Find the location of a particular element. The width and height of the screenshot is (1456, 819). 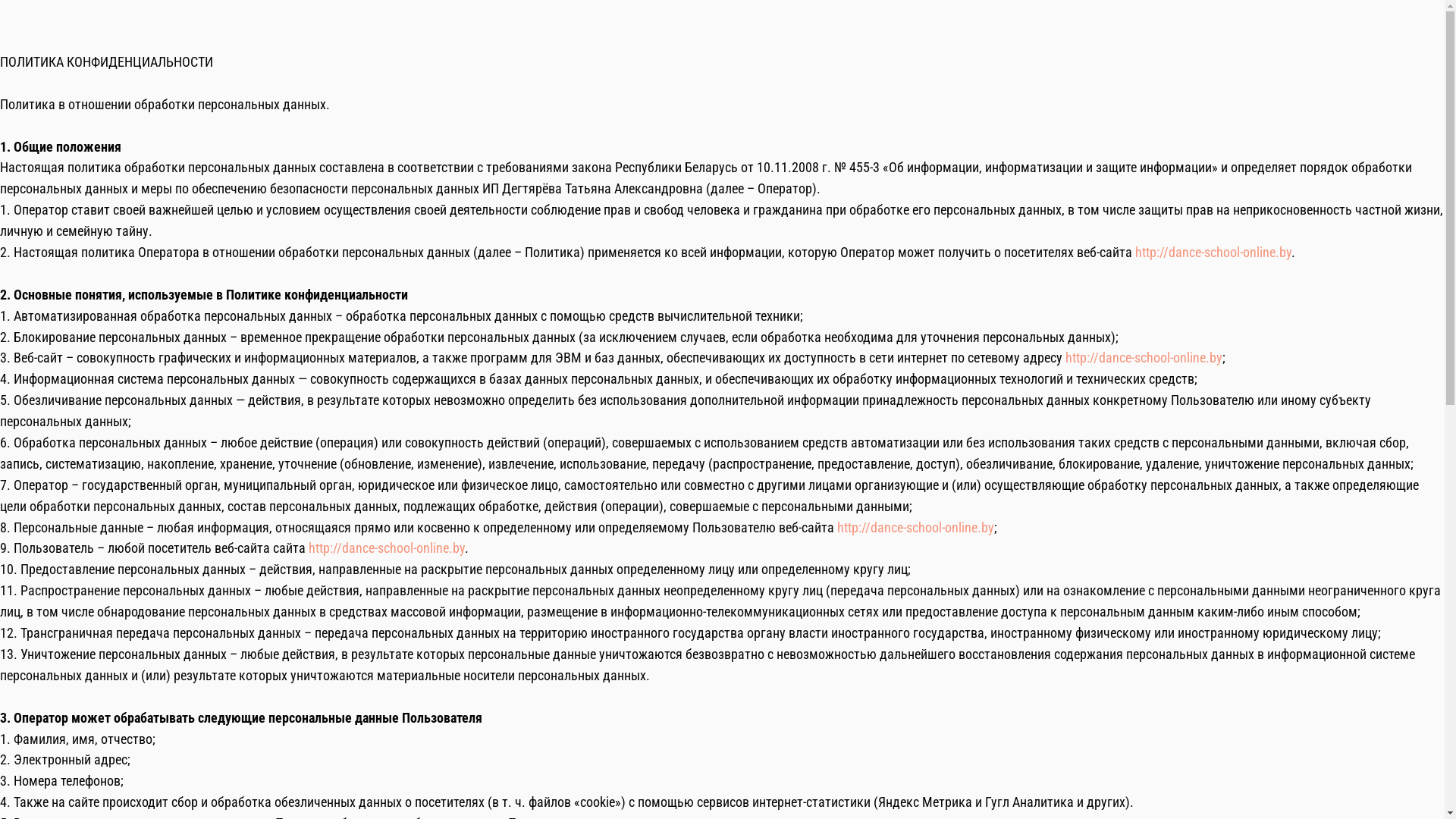

'http://dance-school-online.by' is located at coordinates (1135, 251).